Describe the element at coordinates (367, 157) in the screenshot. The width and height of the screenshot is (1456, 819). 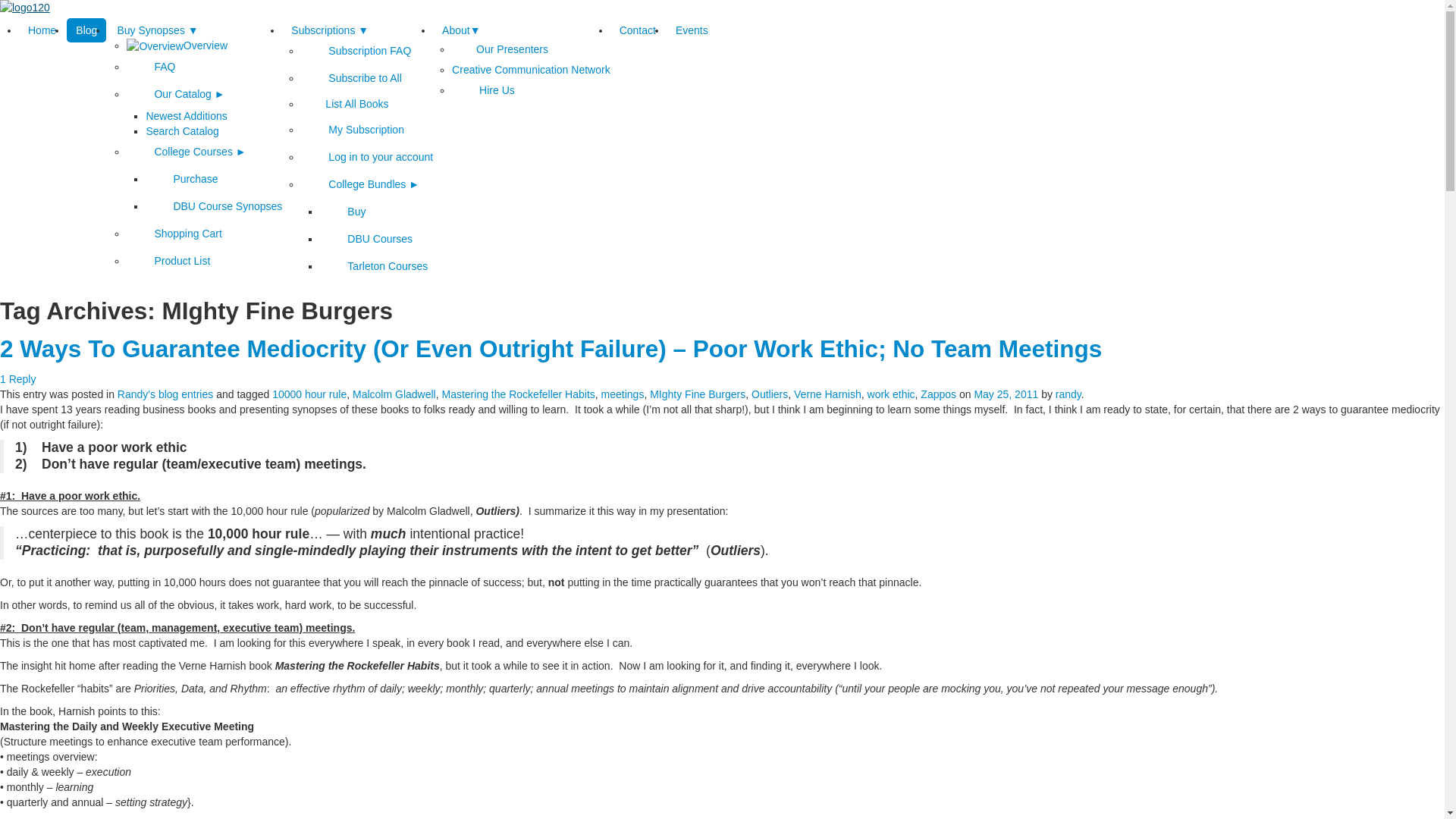
I see `'Log in to your account'` at that location.